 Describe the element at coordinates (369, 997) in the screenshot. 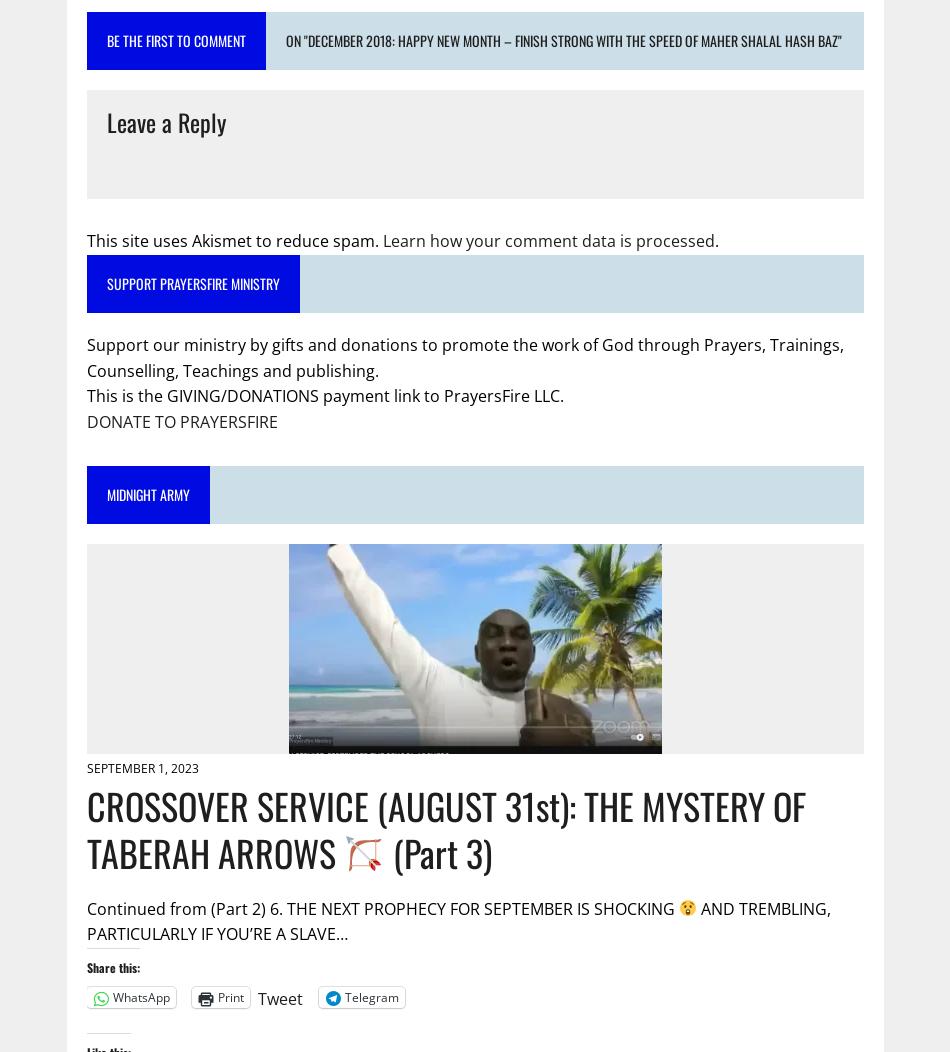

I see `'Telegram'` at that location.